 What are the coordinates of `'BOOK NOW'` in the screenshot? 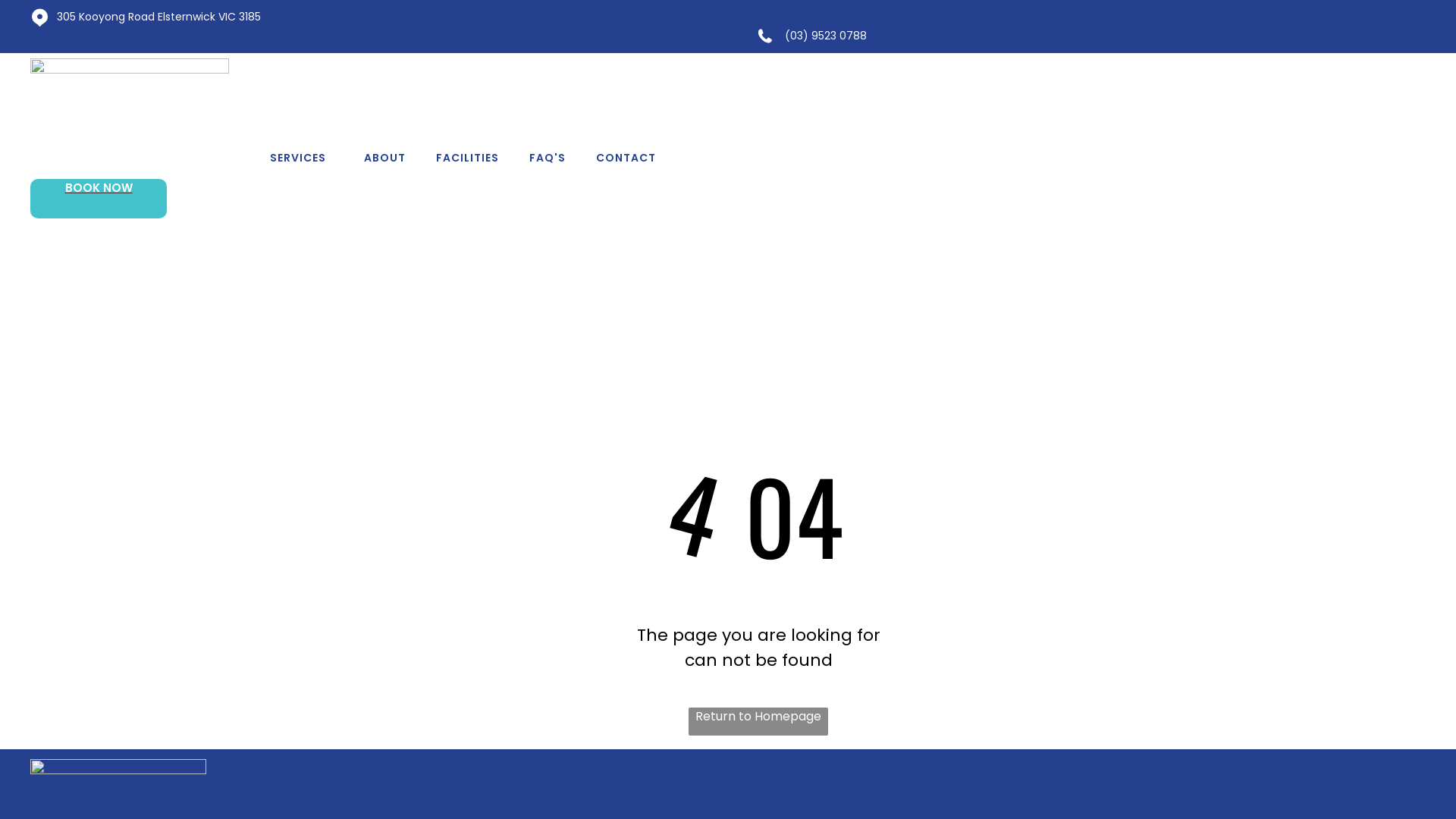 It's located at (97, 198).